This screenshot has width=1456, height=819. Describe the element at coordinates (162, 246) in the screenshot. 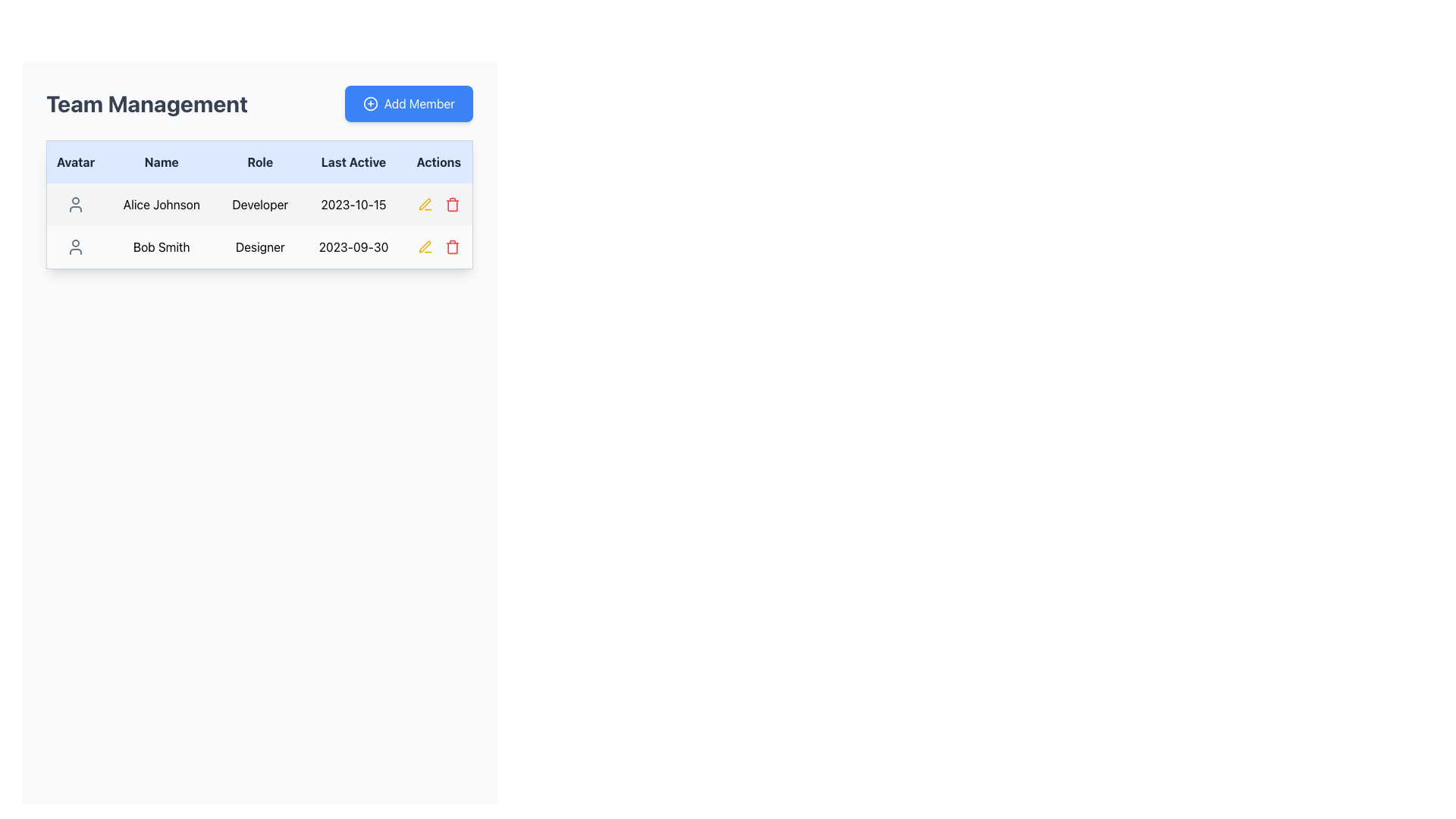

I see `the text label displaying 'Bob Smith' in the second row of the 'Name' column in the 'Team Management' section` at that location.